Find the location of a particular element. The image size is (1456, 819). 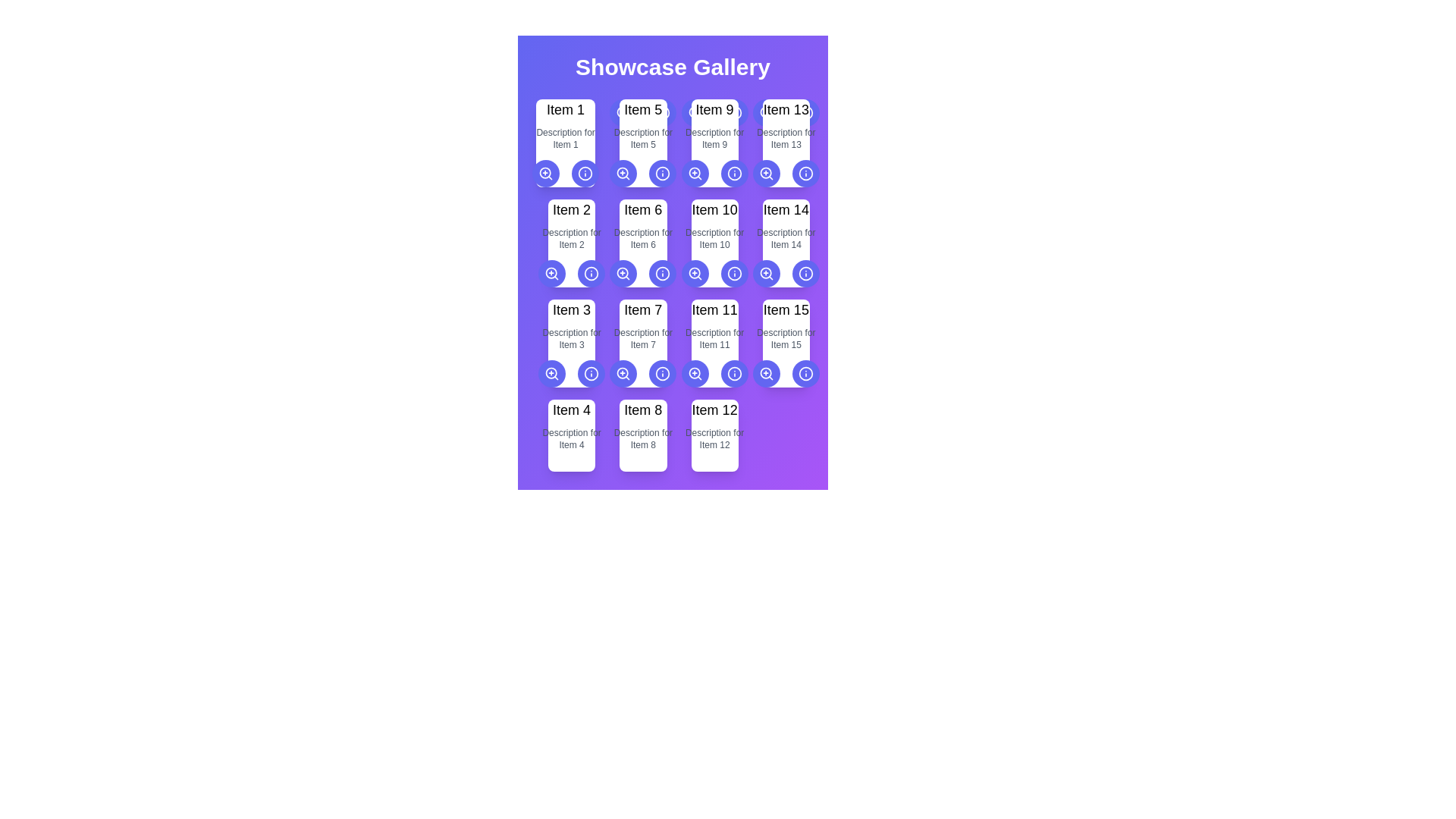

the right button in the button group below the card labeled 'Item 3' is located at coordinates (571, 374).